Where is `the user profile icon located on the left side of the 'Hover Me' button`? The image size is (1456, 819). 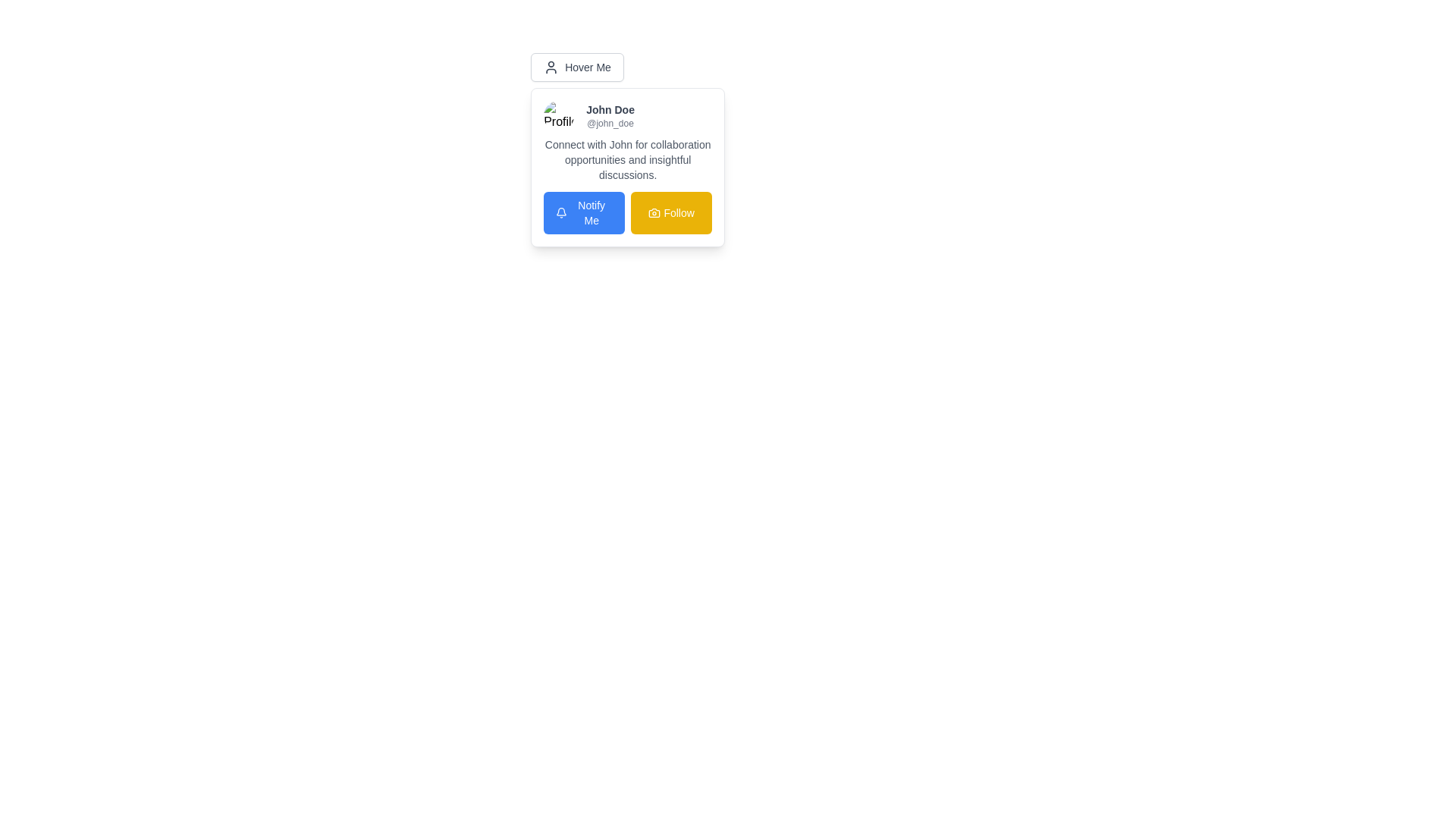
the user profile icon located on the left side of the 'Hover Me' button is located at coordinates (551, 66).